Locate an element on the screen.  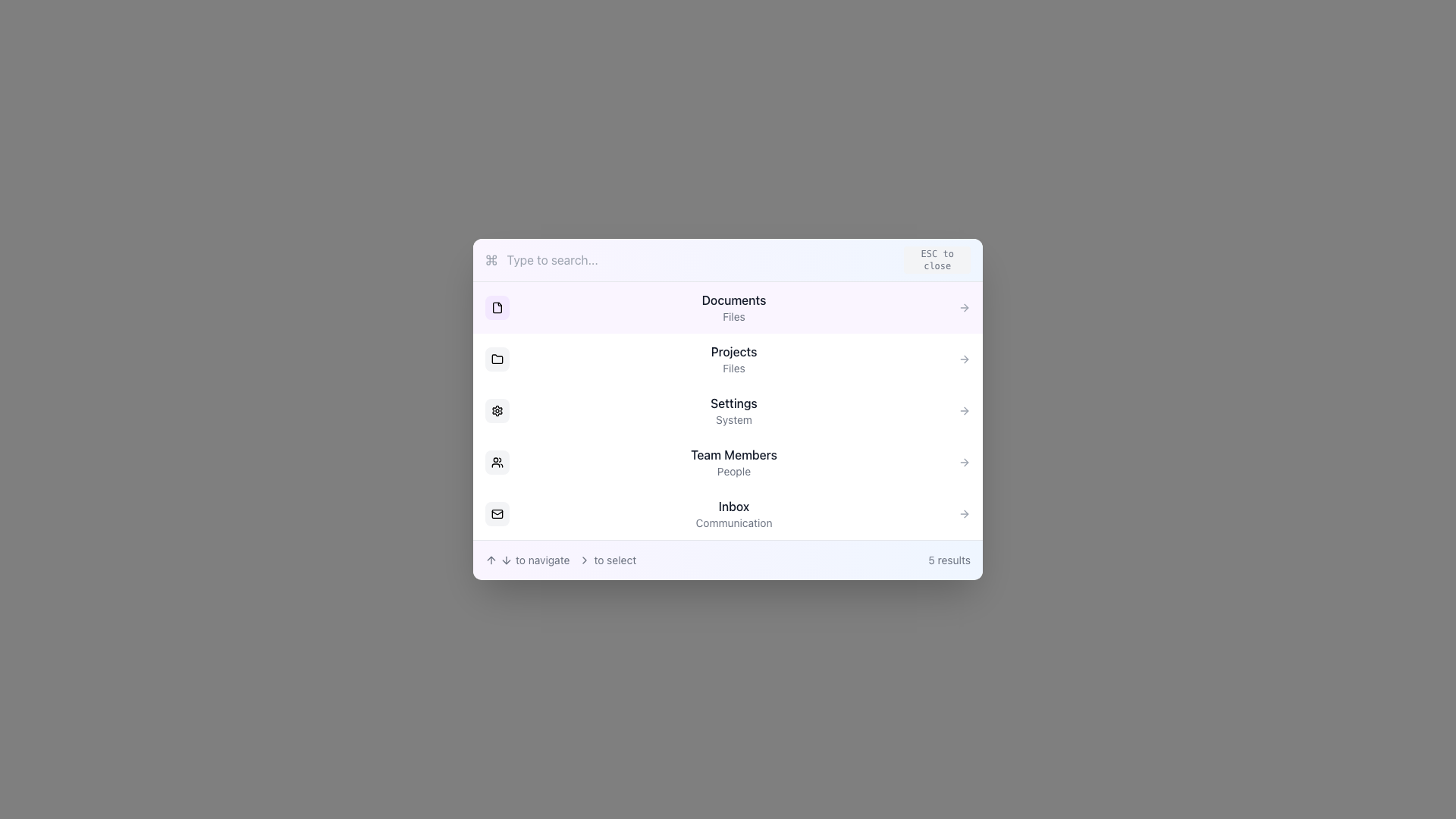
the rightmost icon in the 'Projects' row is located at coordinates (964, 359).